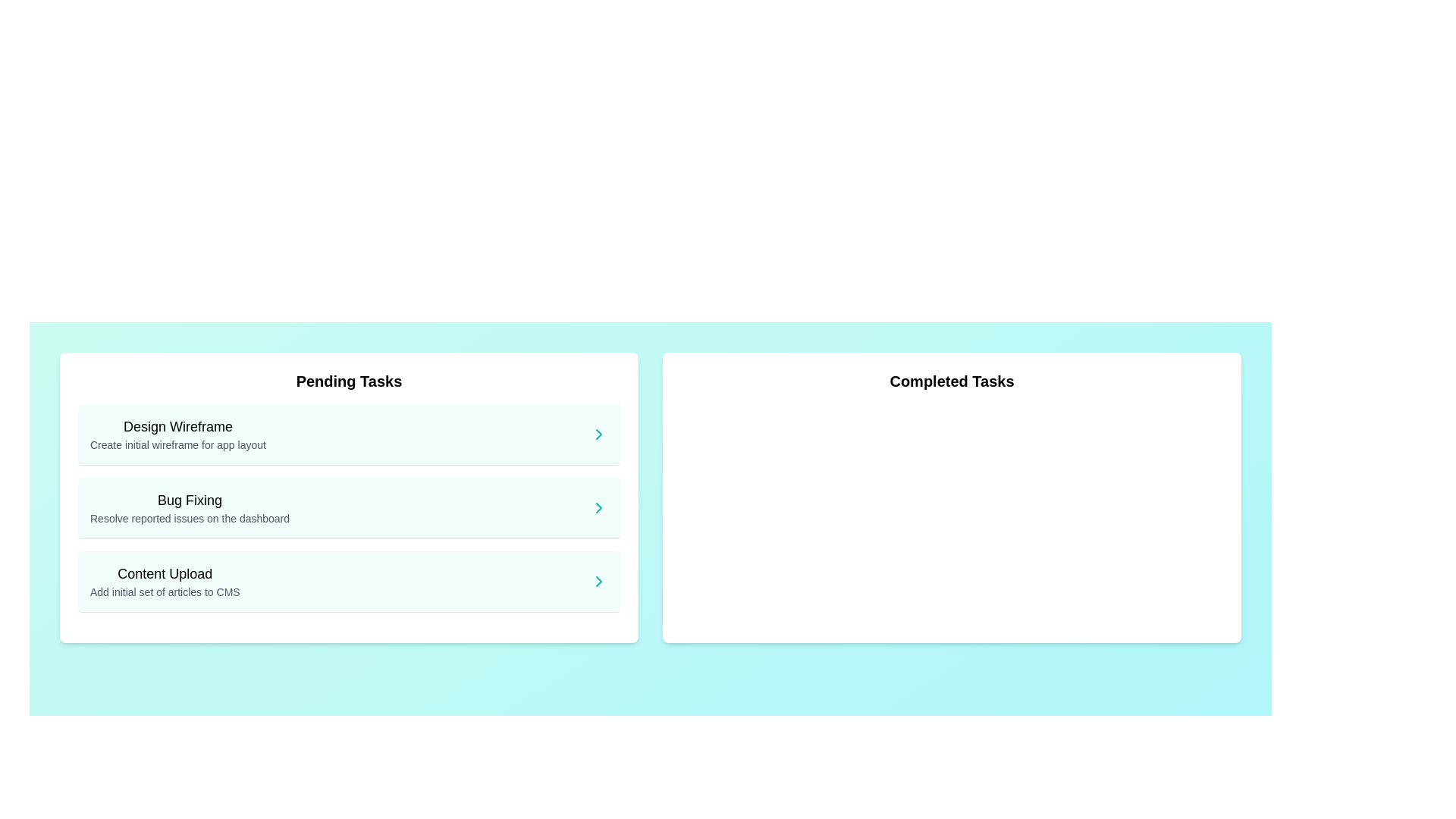 Image resolution: width=1456 pixels, height=819 pixels. Describe the element at coordinates (598, 435) in the screenshot. I see `the rightward-pointing chevron icon button located at the far right end of the 'Design Wireframe' task panel to change its color` at that location.